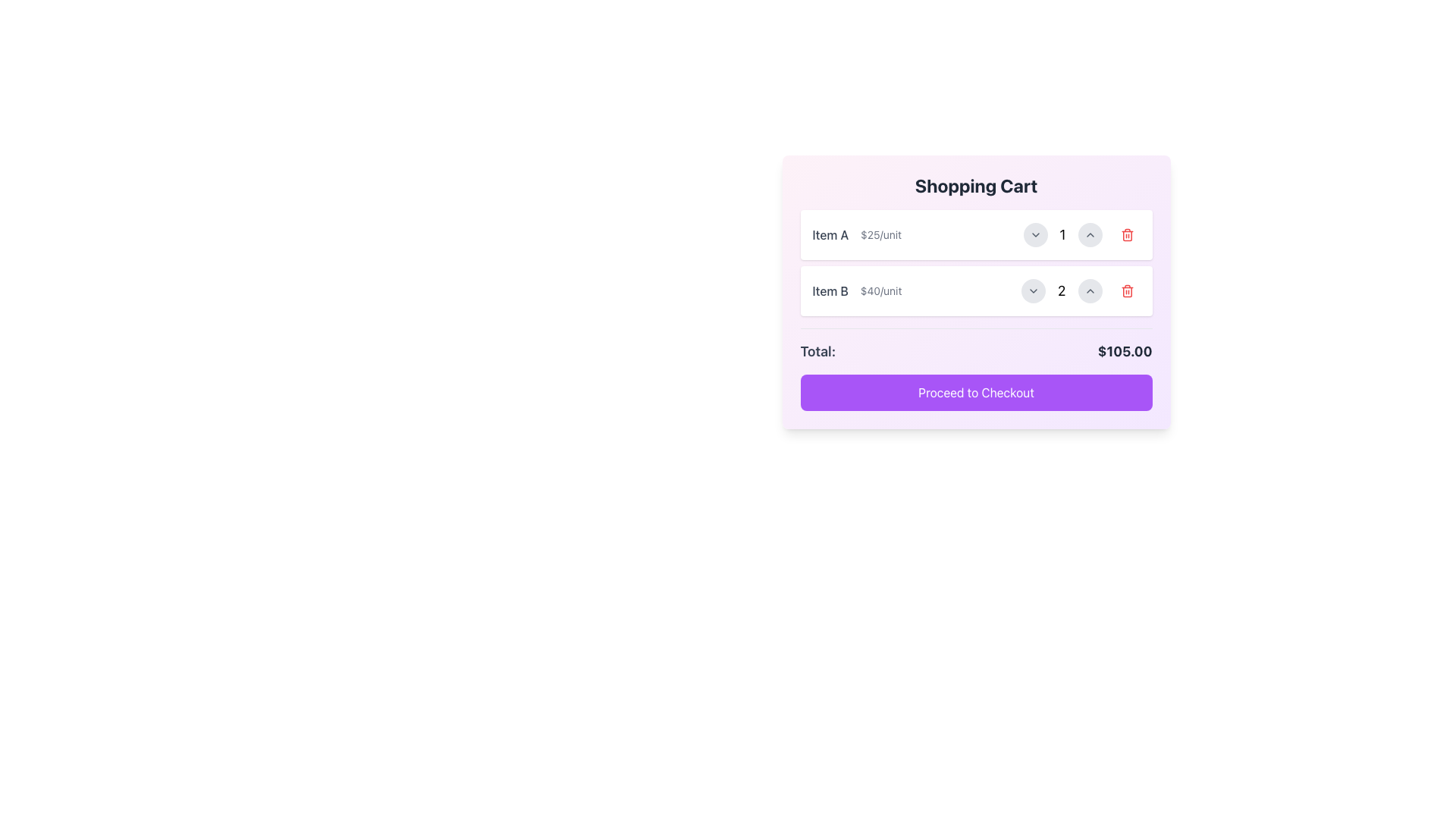 The height and width of the screenshot is (819, 1456). What do you see at coordinates (1125, 351) in the screenshot?
I see `text label displaying the amount '$105.00', which is located at the bottom-right corner of the shopping cart section, next to the 'Total:' label` at bounding box center [1125, 351].